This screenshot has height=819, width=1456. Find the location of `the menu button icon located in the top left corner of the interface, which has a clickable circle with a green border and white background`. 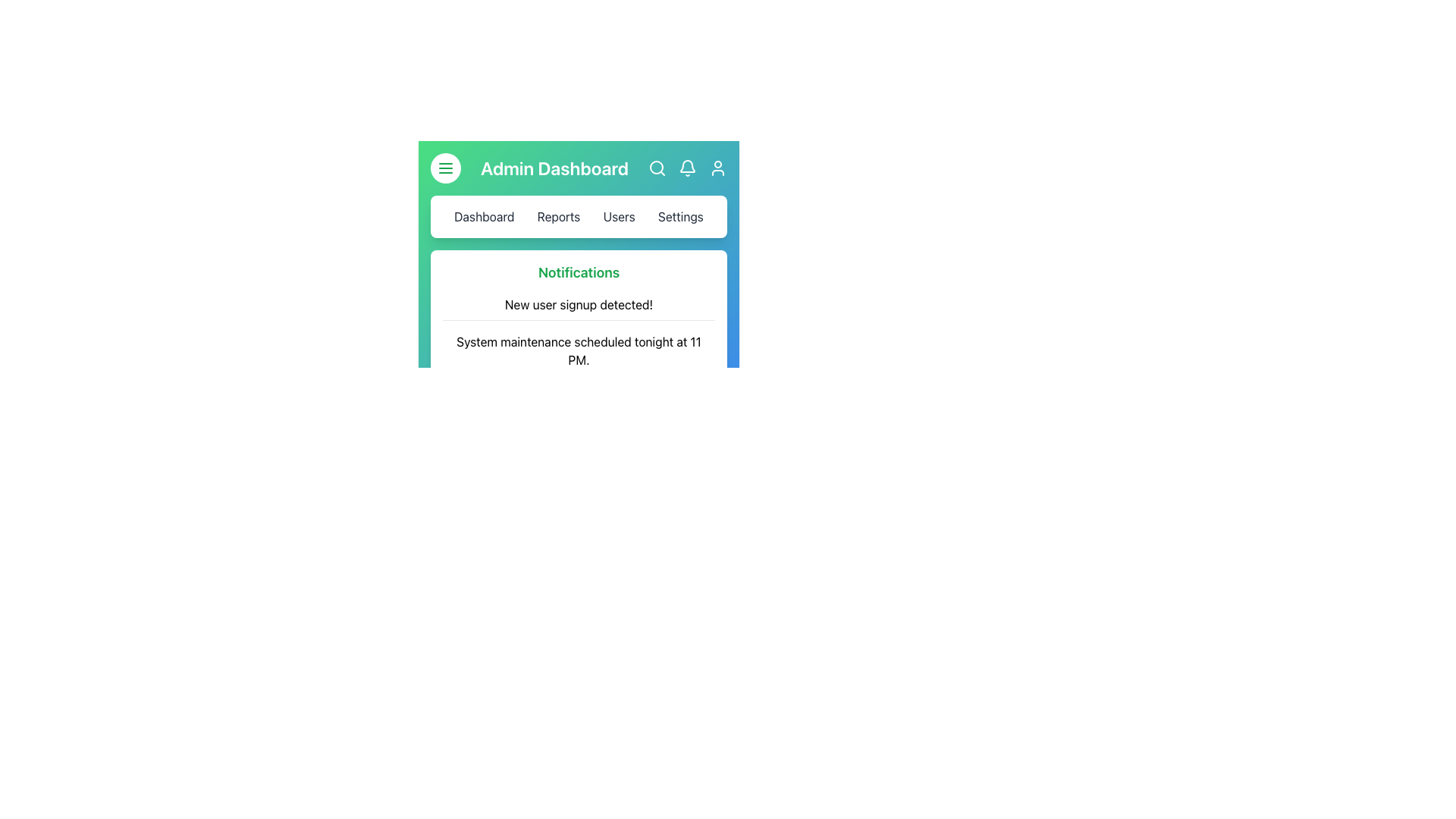

the menu button icon located in the top left corner of the interface, which has a clickable circle with a green border and white background is located at coordinates (445, 168).